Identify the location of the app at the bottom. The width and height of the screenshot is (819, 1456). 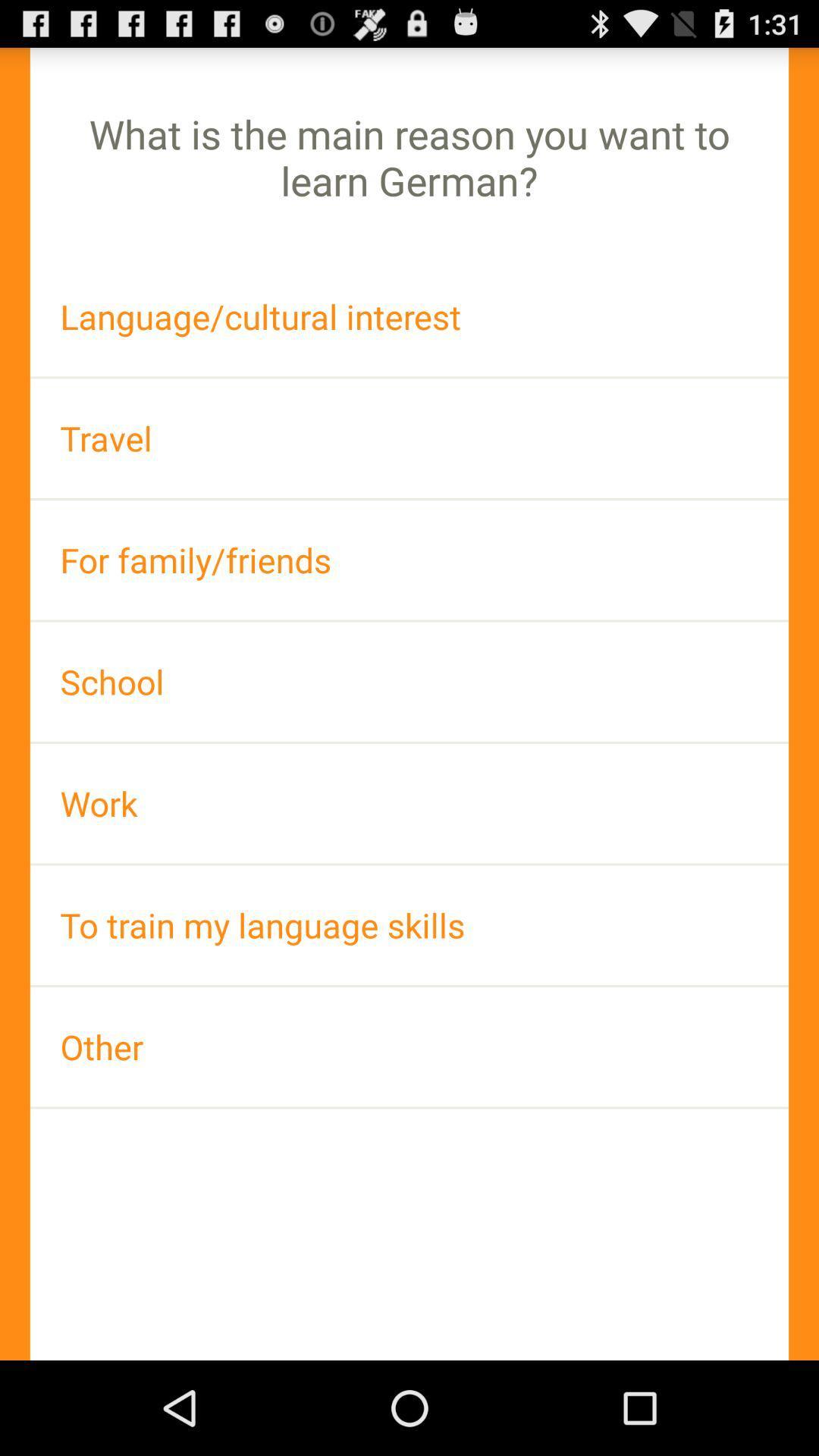
(409, 1046).